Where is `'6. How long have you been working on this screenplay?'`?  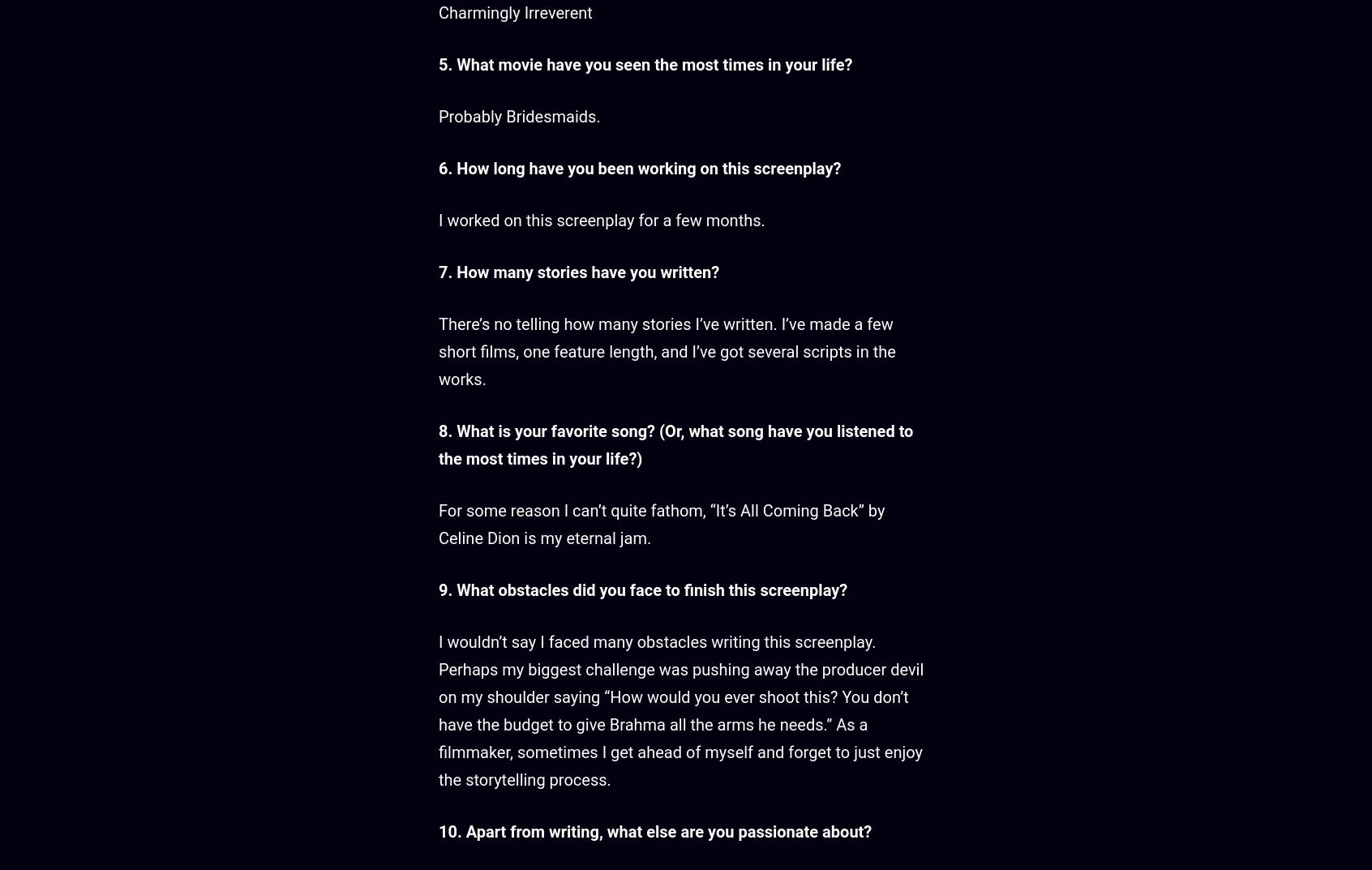
'6. How long have you been working on this screenplay?' is located at coordinates (639, 168).